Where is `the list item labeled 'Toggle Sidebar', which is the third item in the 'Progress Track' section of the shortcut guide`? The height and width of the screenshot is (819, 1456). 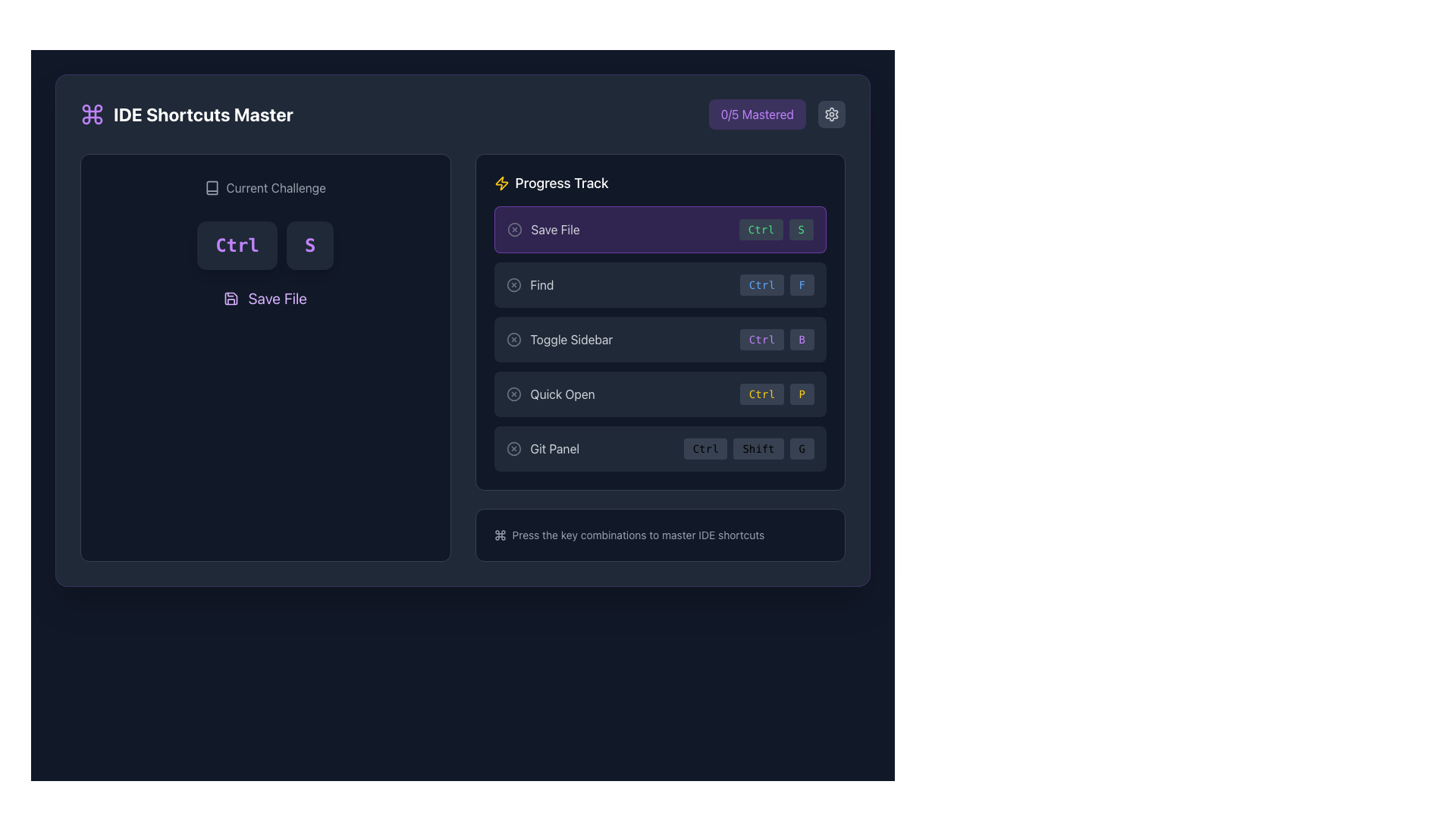
the list item labeled 'Toggle Sidebar', which is the third item in the 'Progress Track' section of the shortcut guide is located at coordinates (660, 357).